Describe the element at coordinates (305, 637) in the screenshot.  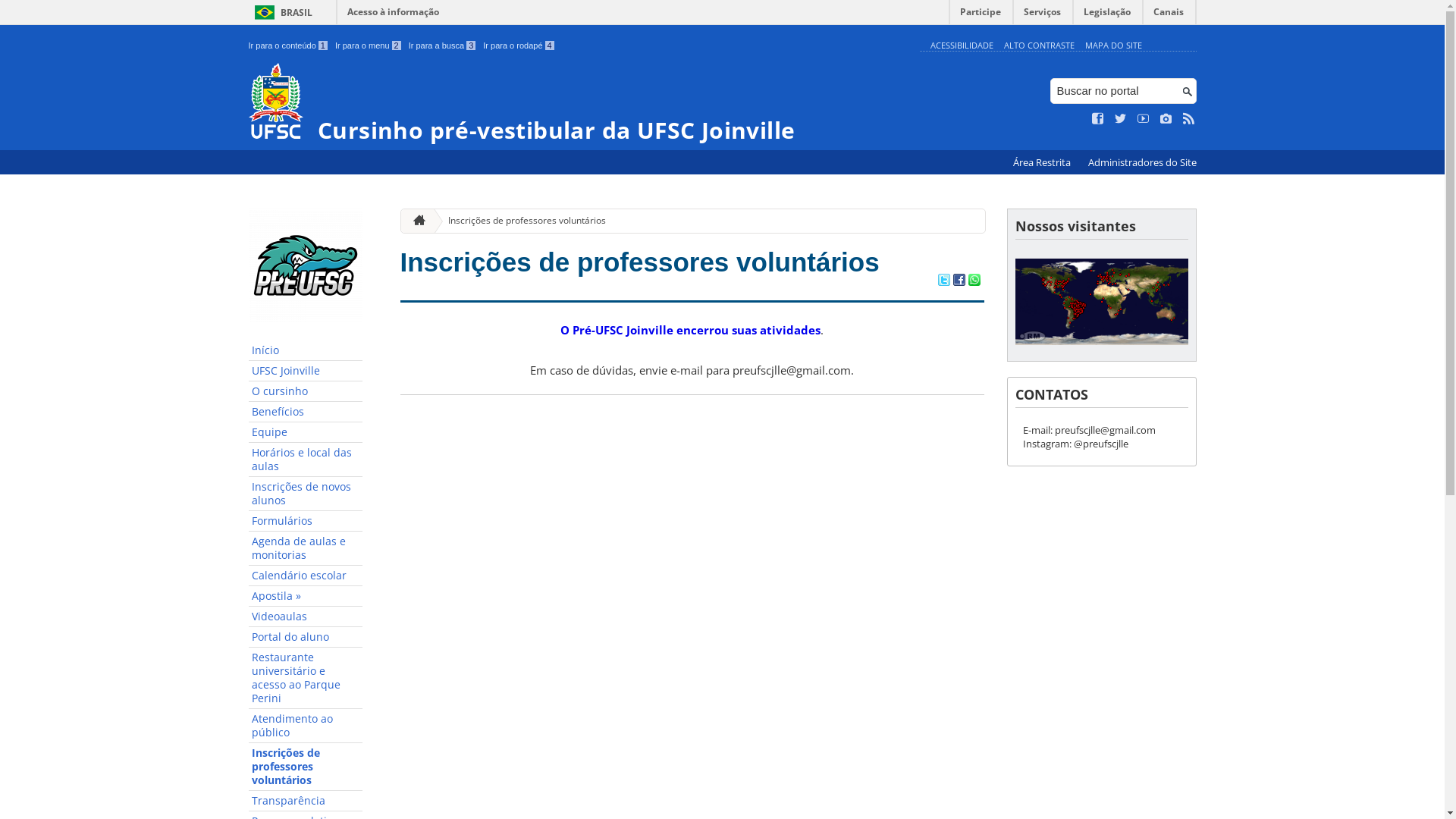
I see `'Portal do aluno'` at that location.